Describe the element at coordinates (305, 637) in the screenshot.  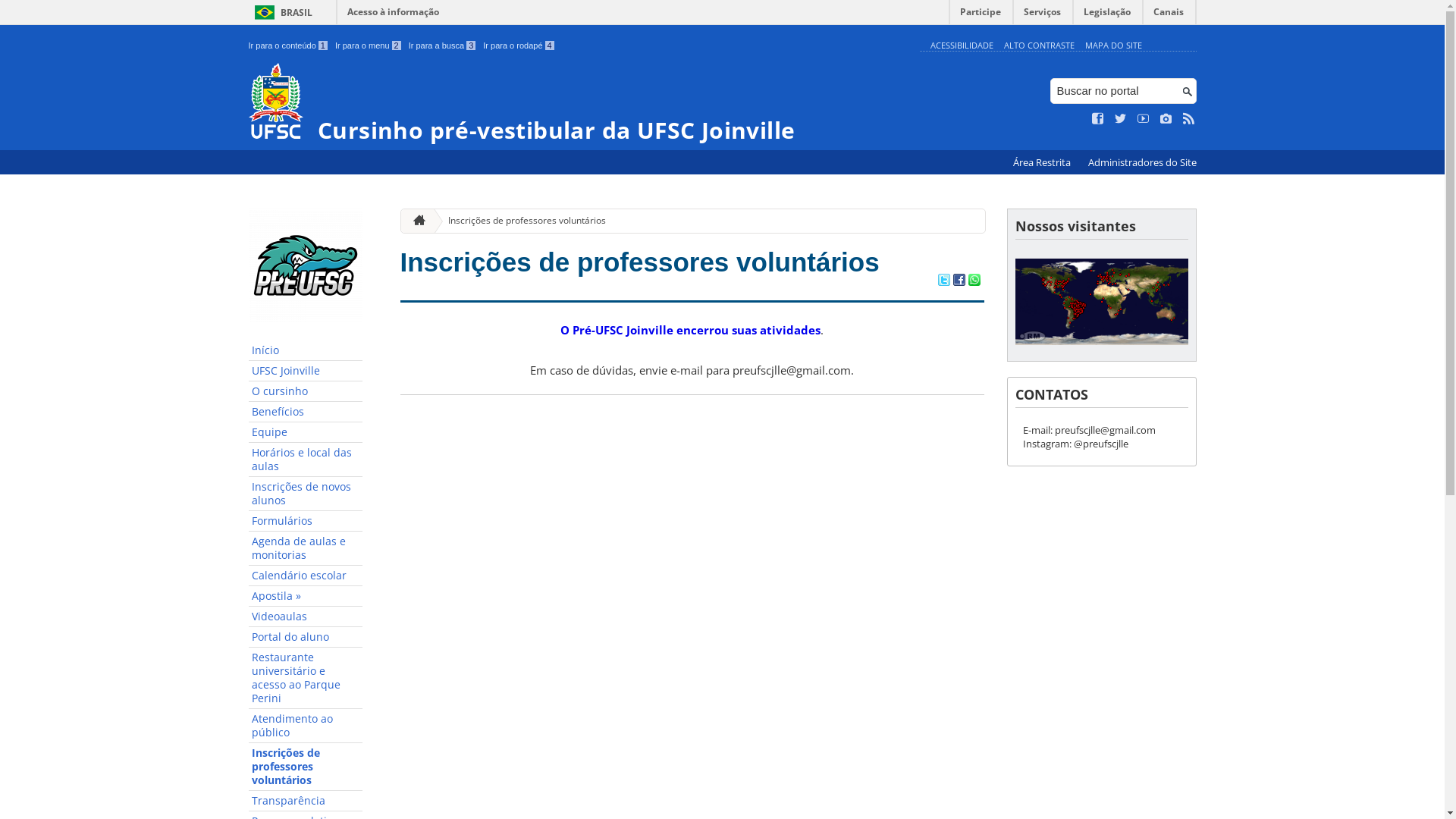
I see `'Portal do aluno'` at that location.